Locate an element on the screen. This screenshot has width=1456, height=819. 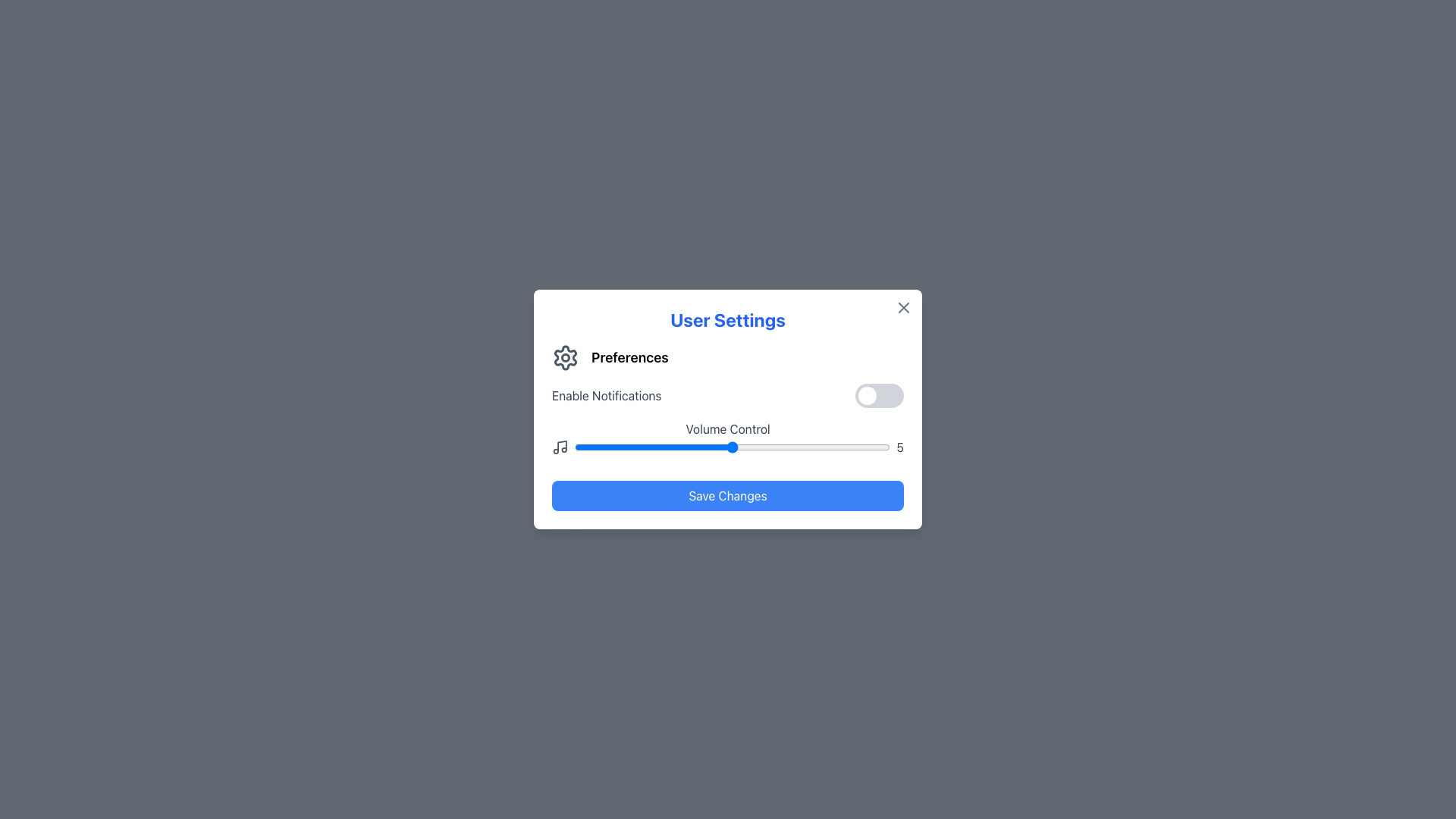
the 'Save Changes' button located at the bottom of the User Settings panel is located at coordinates (728, 496).